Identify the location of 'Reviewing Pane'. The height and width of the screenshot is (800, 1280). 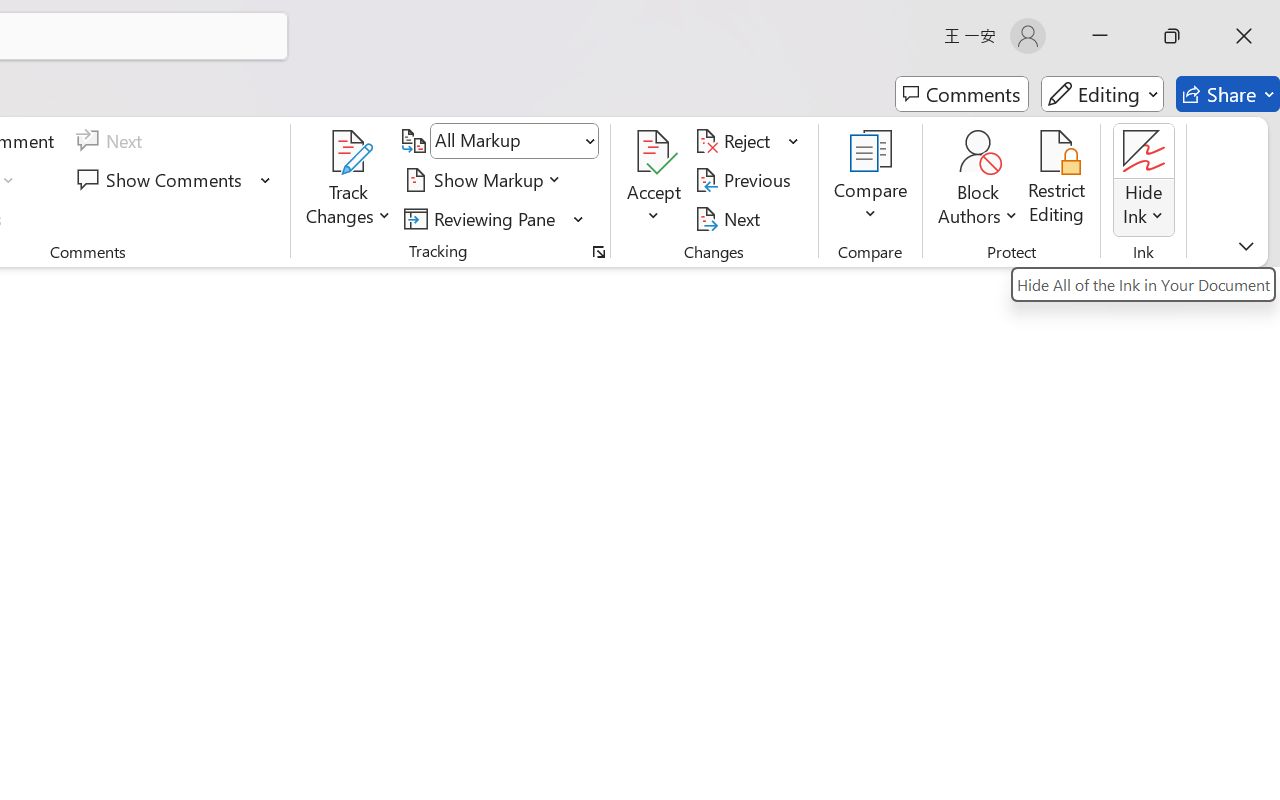
(494, 218).